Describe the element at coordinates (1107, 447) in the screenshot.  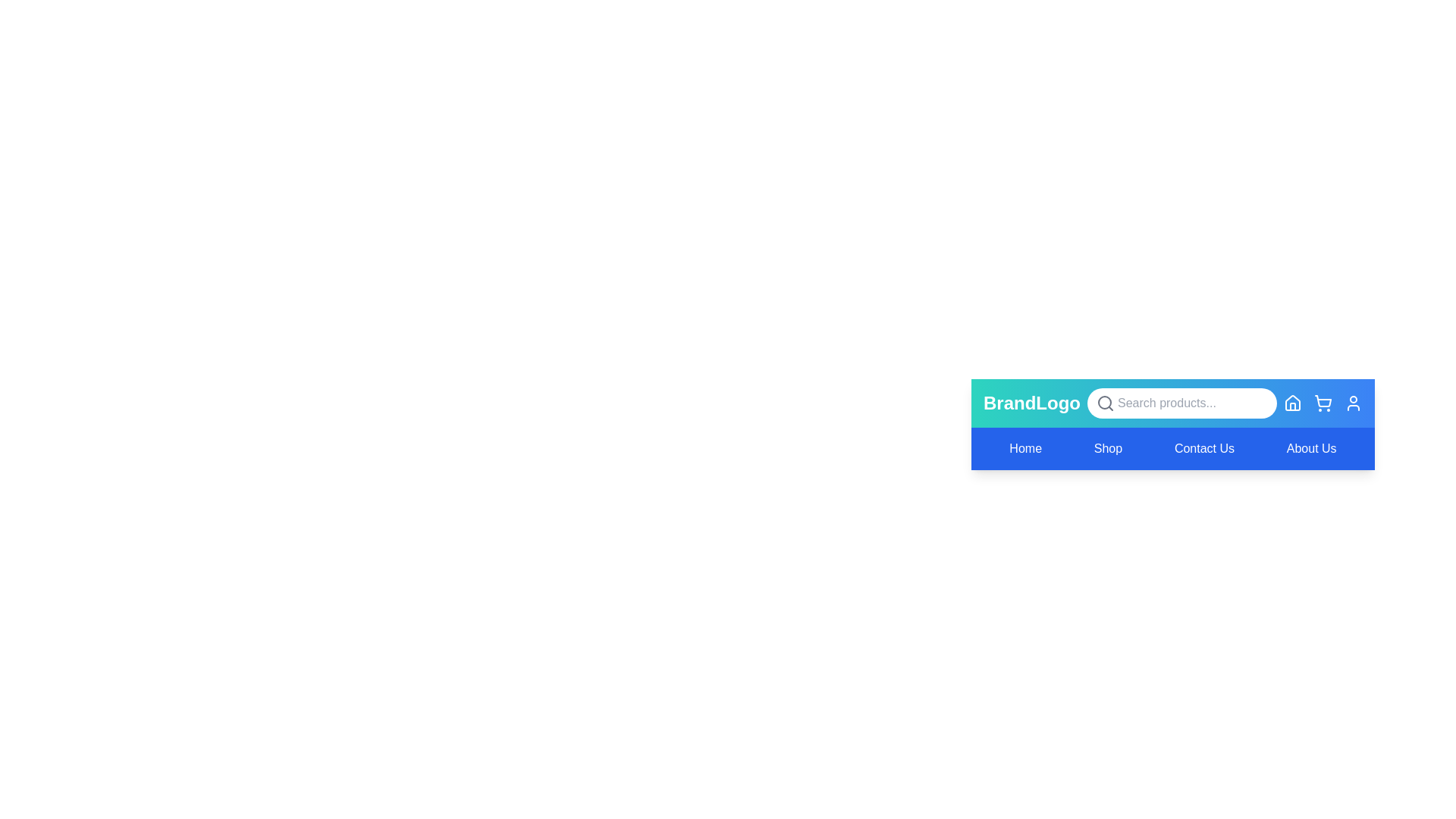
I see `the menu item labeled Shop to observe its hover effect` at that location.